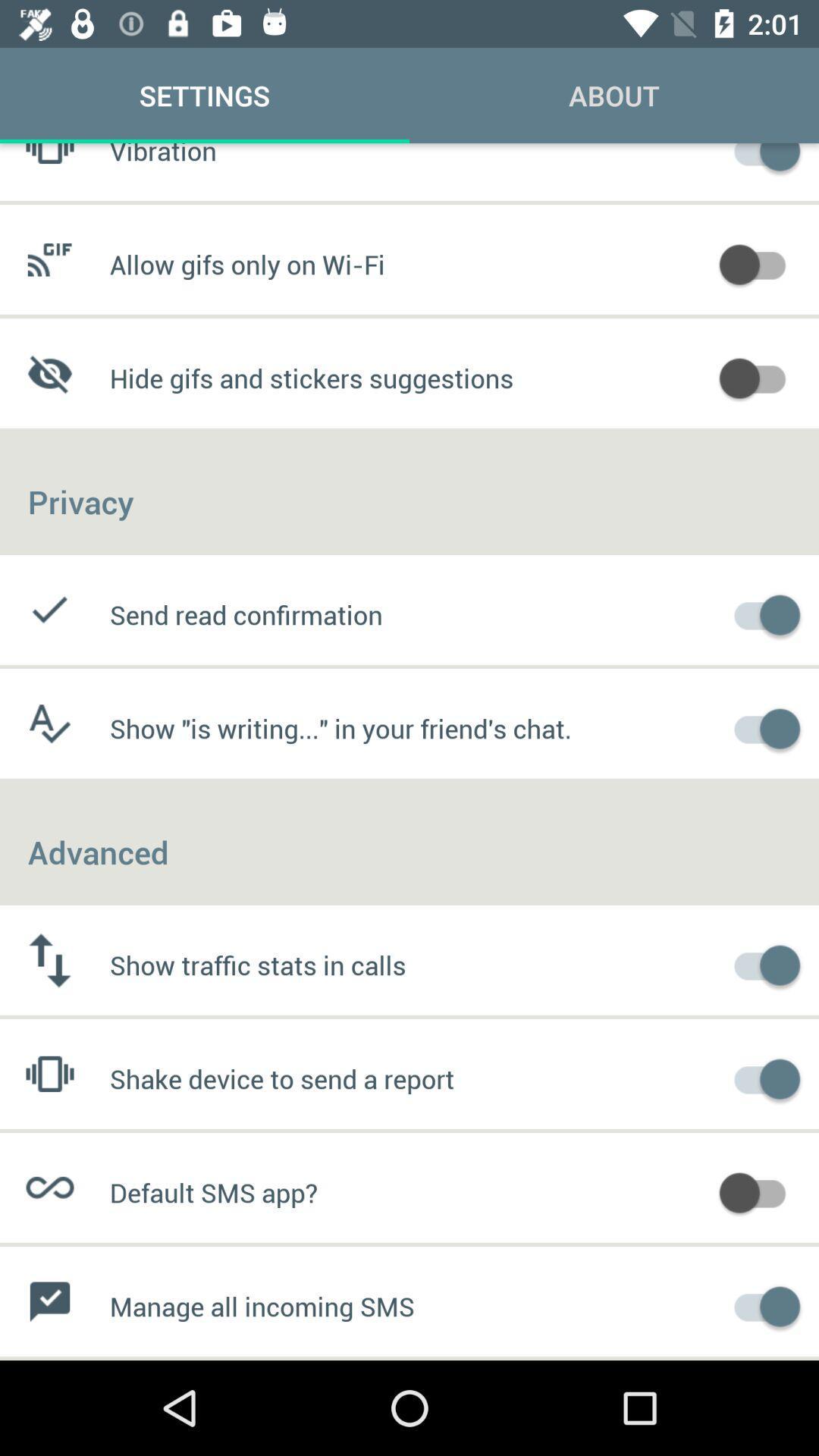  I want to click on press to activate default sms app, so click(760, 1190).